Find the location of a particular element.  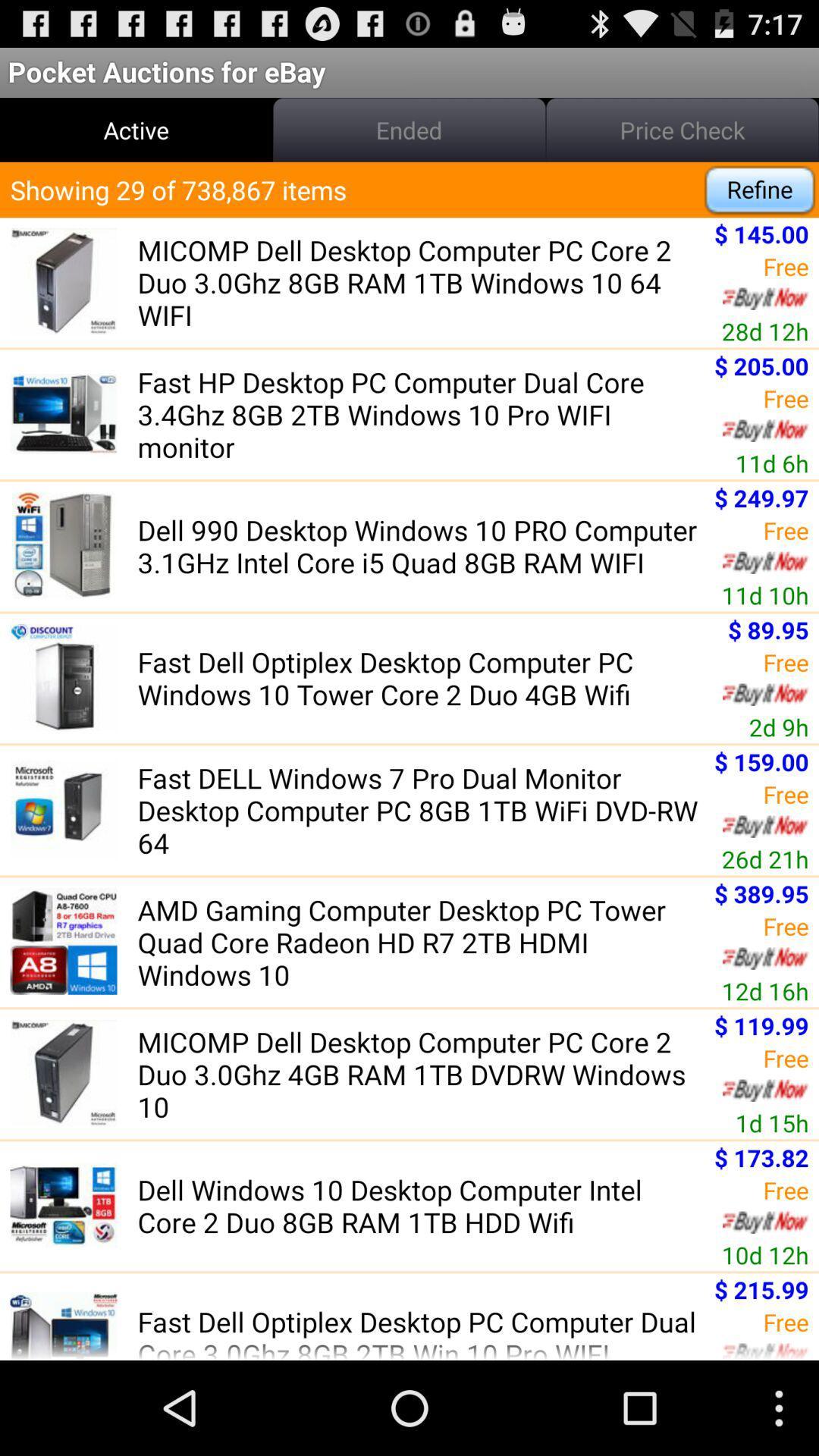

the 28d 12h icon is located at coordinates (765, 330).